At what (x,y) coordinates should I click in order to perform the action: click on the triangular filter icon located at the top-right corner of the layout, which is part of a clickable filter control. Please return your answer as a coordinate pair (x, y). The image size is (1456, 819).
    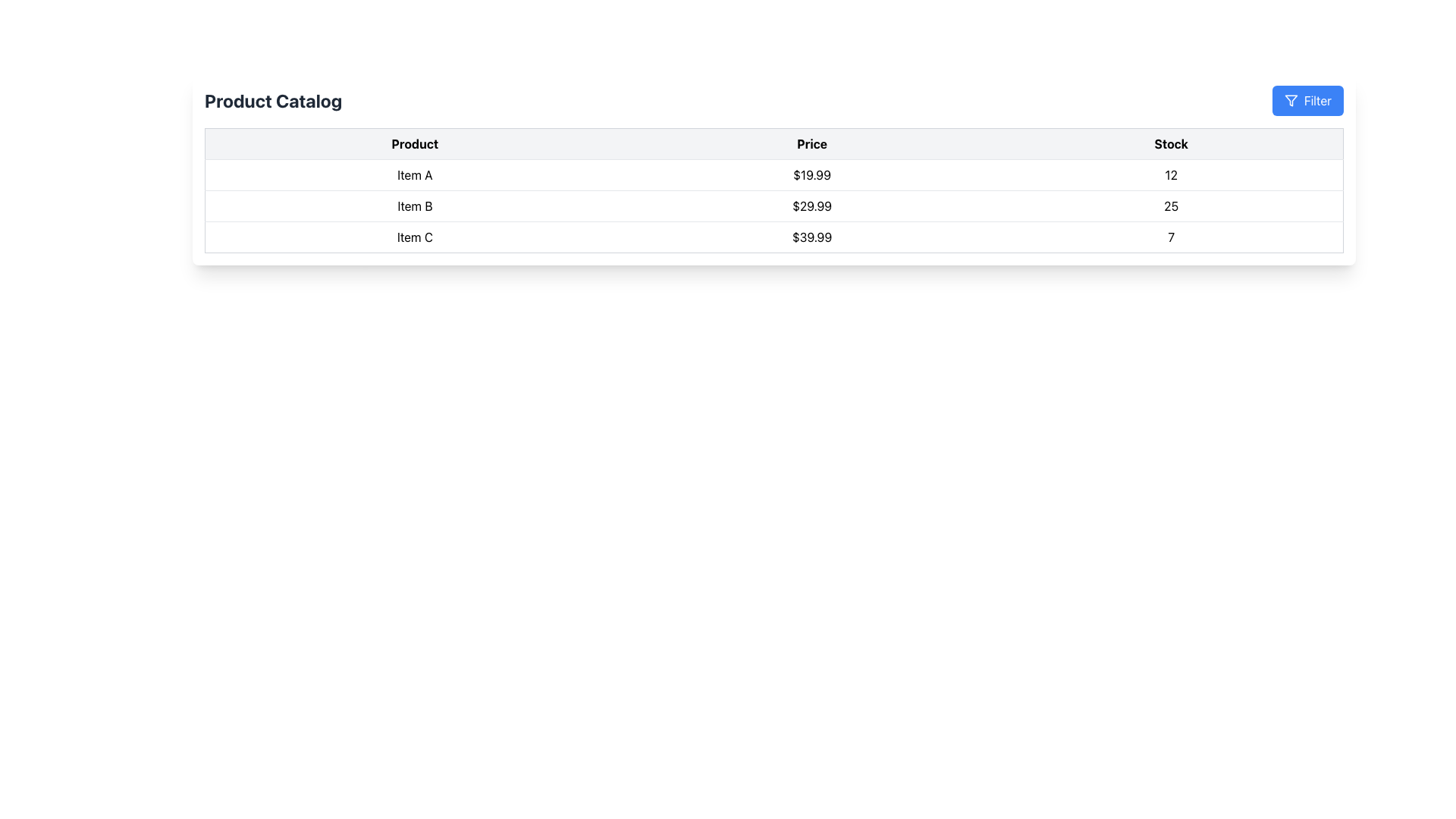
    Looking at the image, I should click on (1290, 100).